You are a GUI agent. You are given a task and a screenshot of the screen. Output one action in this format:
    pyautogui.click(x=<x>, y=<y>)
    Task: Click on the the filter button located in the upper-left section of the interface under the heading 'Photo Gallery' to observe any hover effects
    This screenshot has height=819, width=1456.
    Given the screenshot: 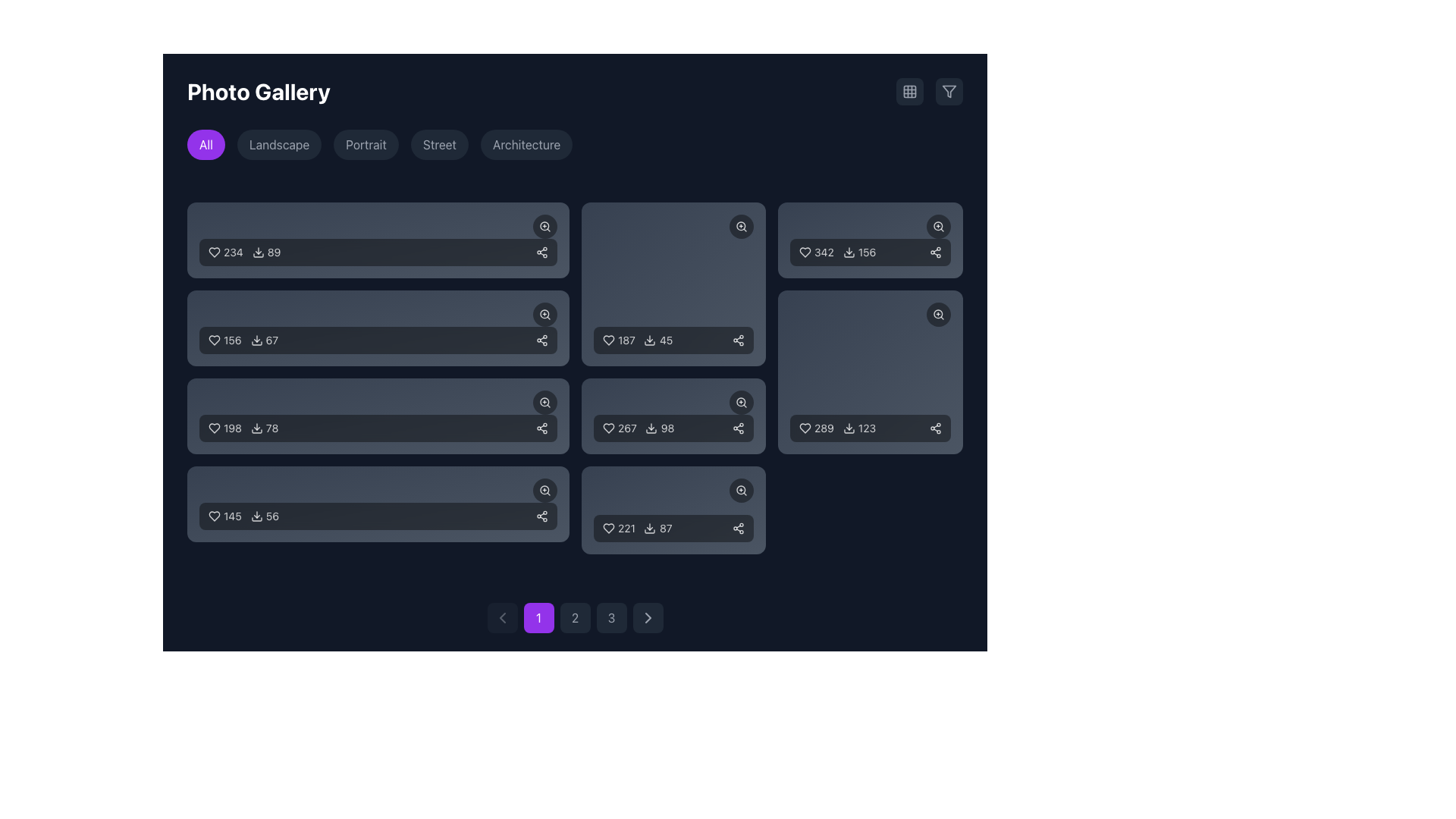 What is the action you would take?
    pyautogui.click(x=206, y=145)
    